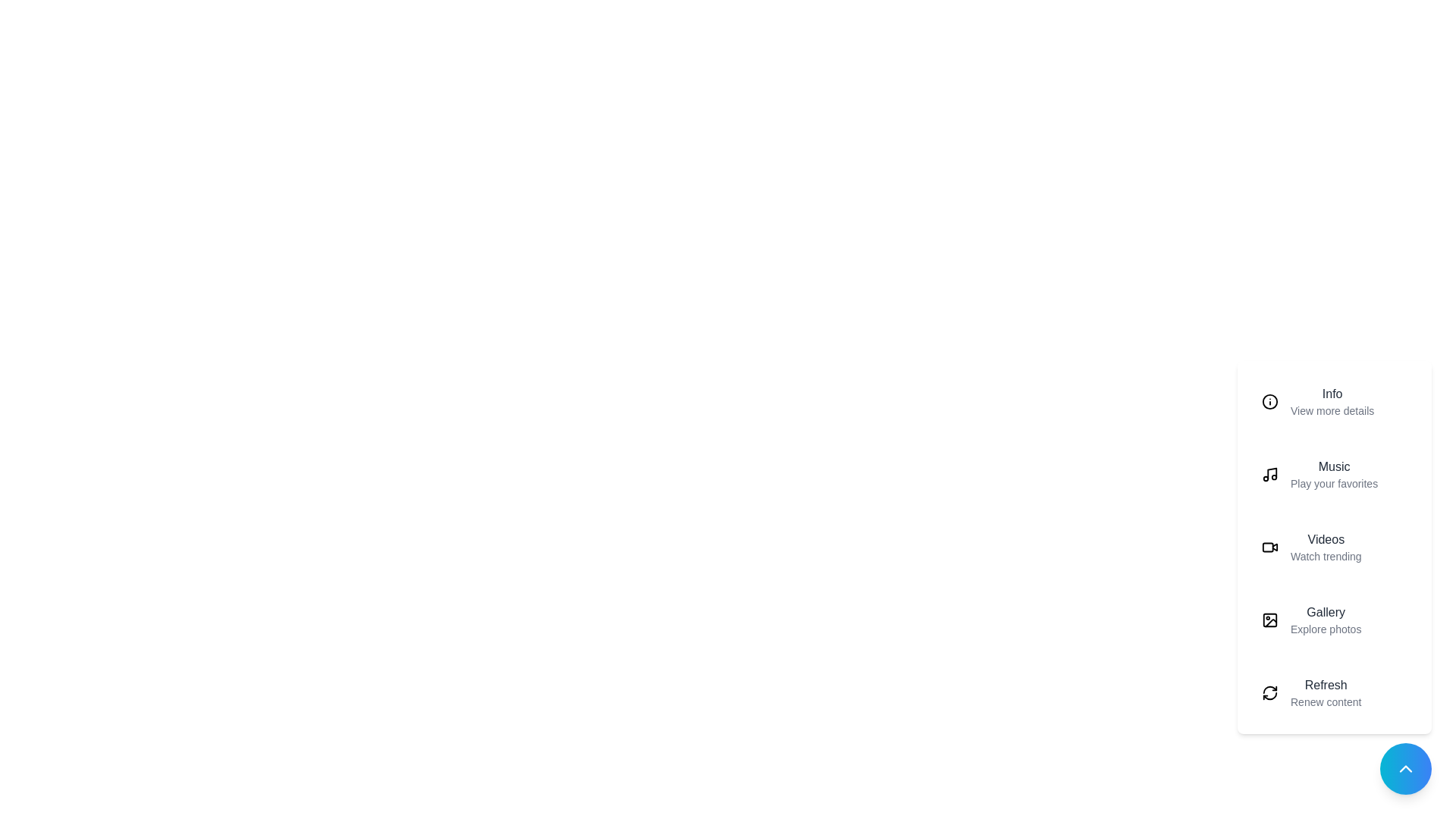  Describe the element at coordinates (1335, 693) in the screenshot. I see `the 'Refresh' item to renew content` at that location.